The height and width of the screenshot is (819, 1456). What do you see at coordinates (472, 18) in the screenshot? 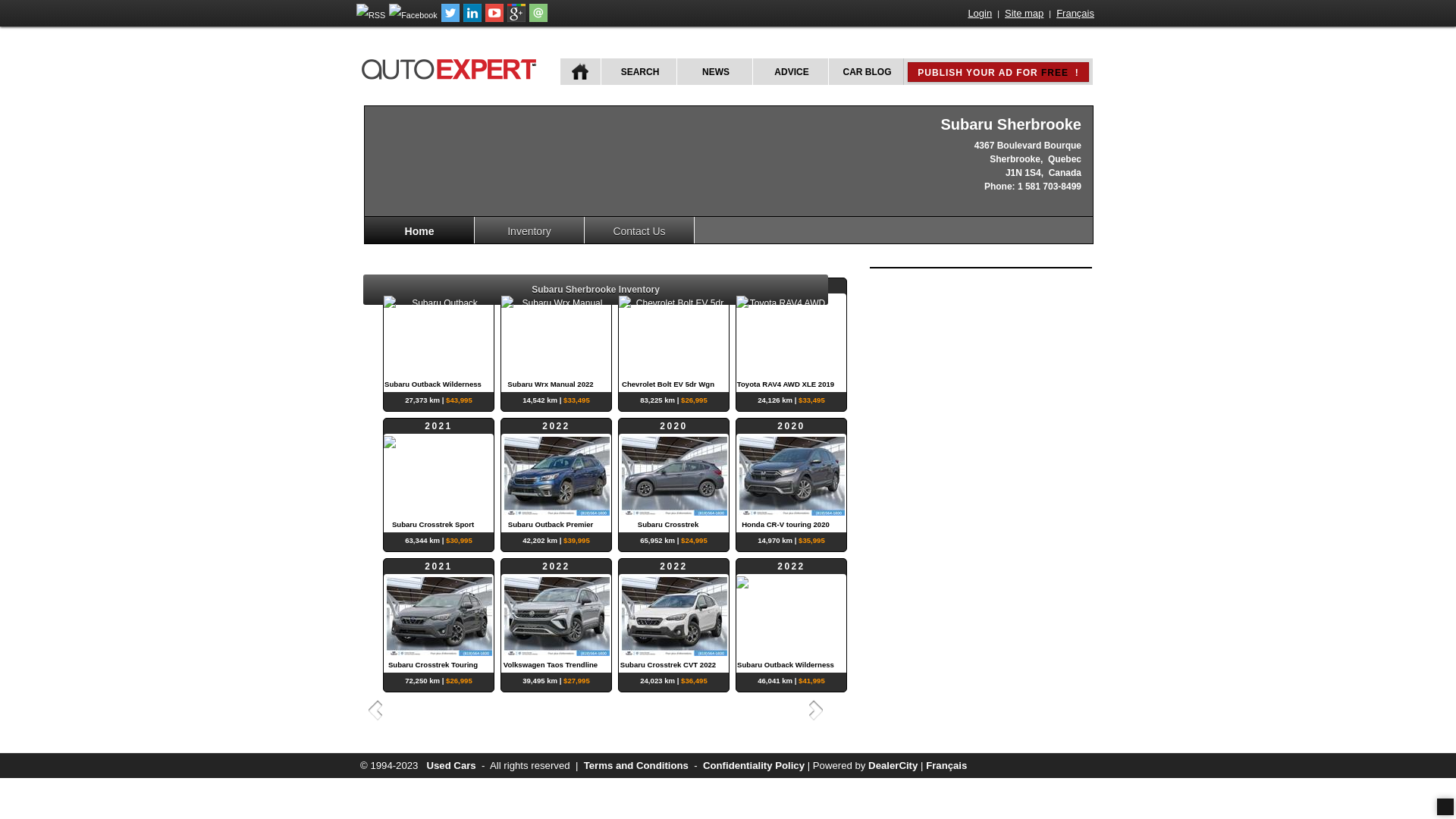
I see `'Follow Publications Le Guide Inc. on LinkedIn'` at bounding box center [472, 18].